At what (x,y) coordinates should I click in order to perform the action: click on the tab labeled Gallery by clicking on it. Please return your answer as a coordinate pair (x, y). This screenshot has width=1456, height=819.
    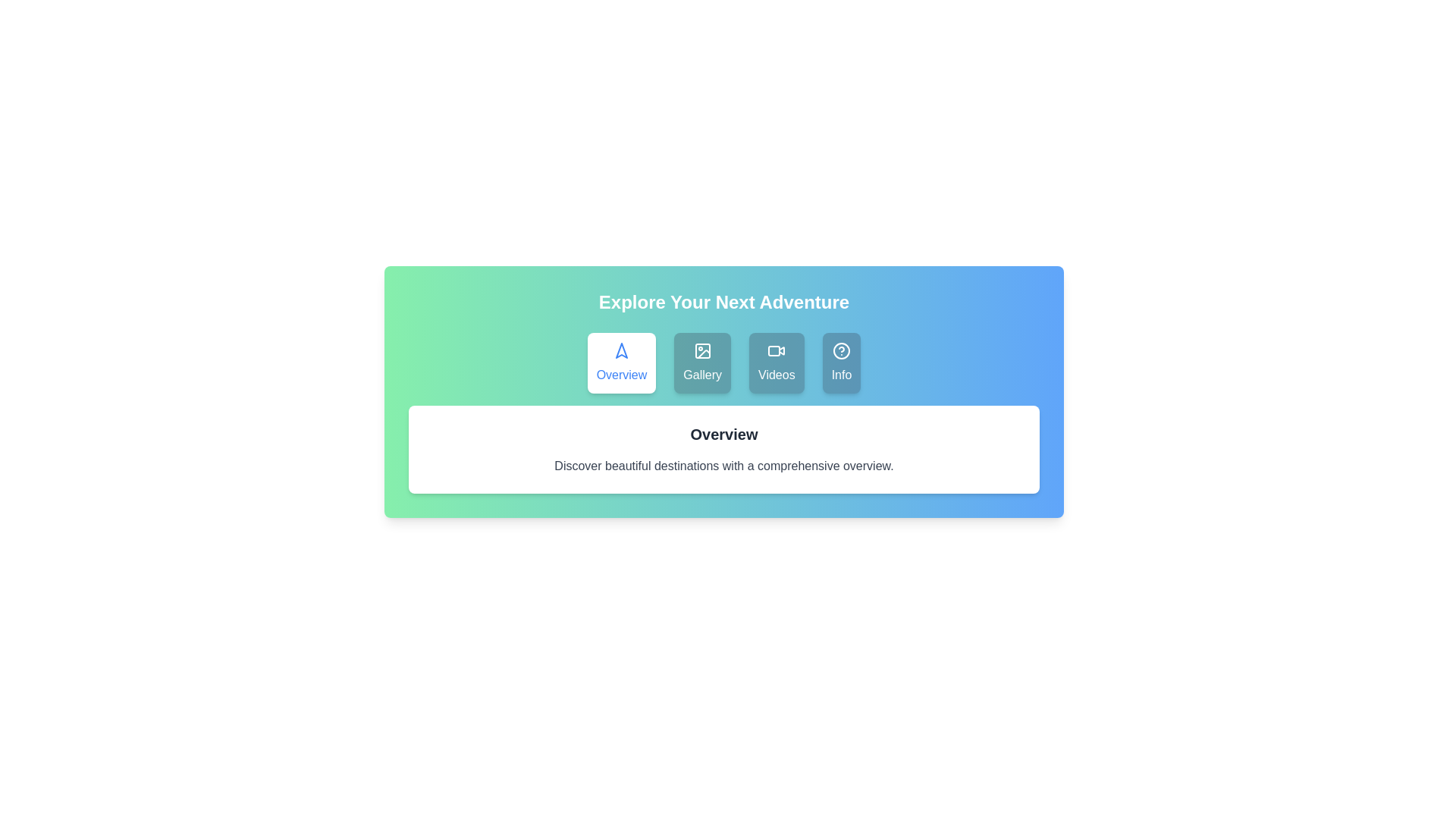
    Looking at the image, I should click on (701, 362).